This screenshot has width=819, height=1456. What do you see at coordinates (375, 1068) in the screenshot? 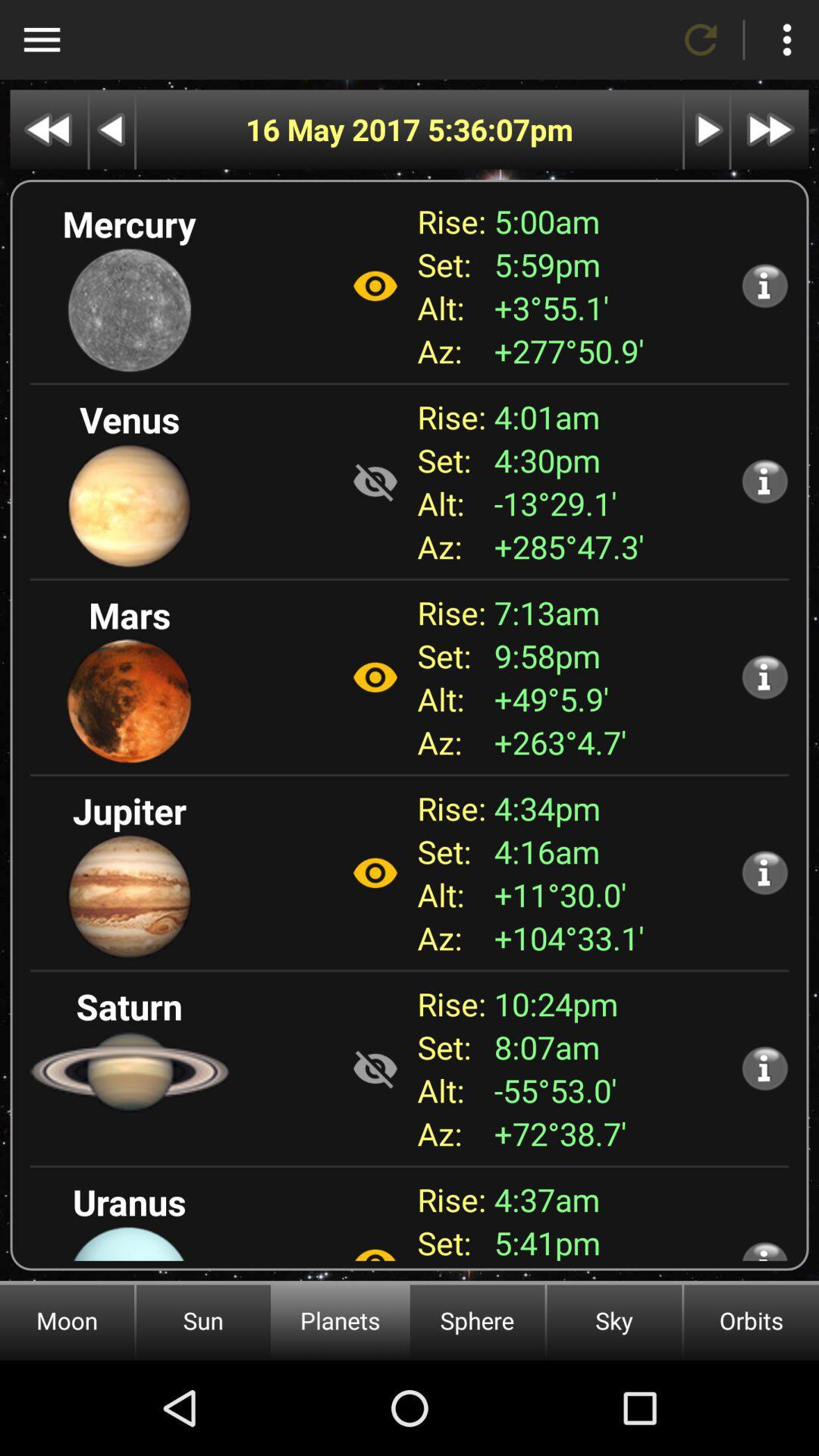
I see `shows visible icon` at bounding box center [375, 1068].